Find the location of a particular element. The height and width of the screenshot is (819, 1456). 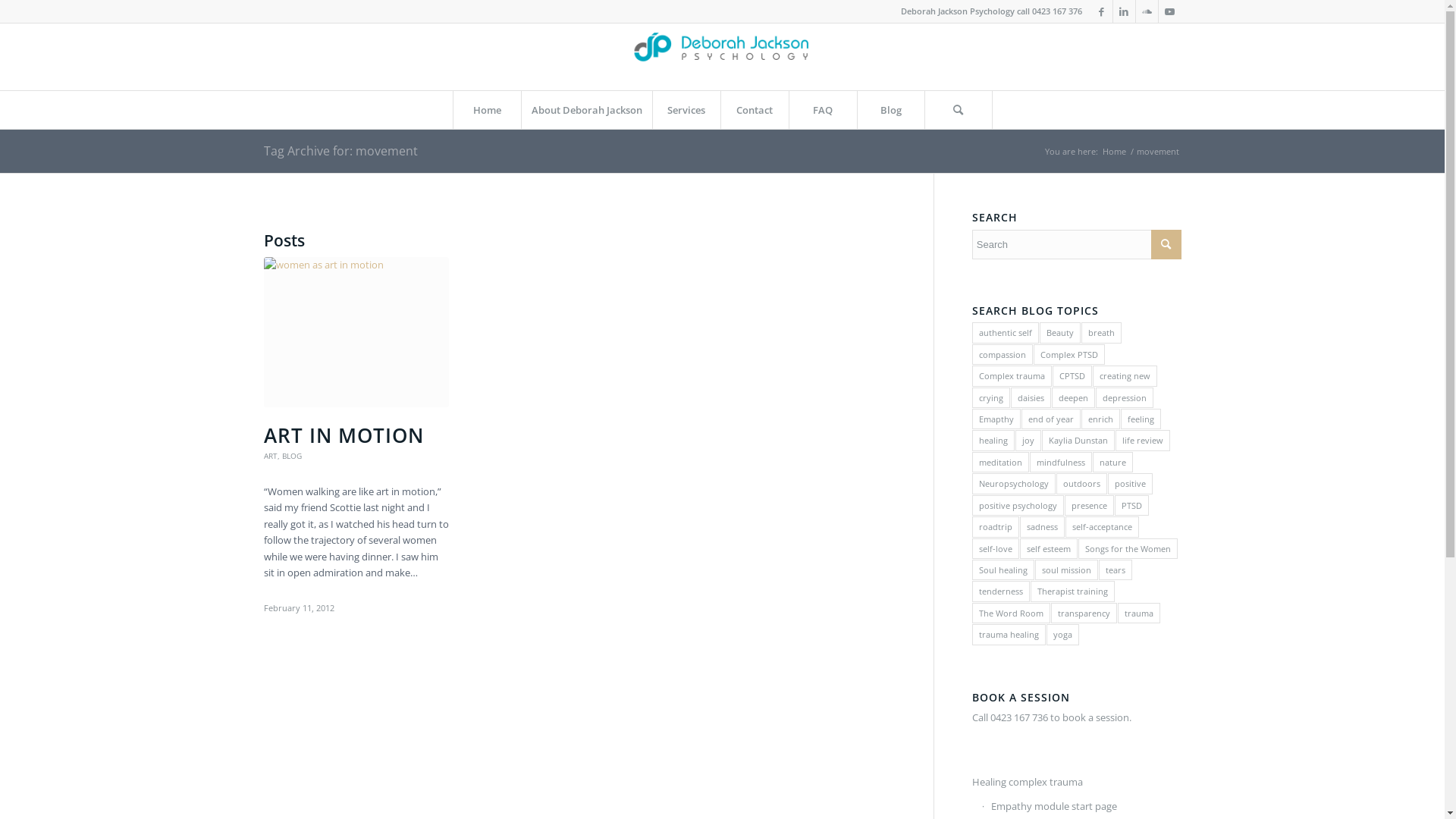

'self esteem' is located at coordinates (1047, 548).